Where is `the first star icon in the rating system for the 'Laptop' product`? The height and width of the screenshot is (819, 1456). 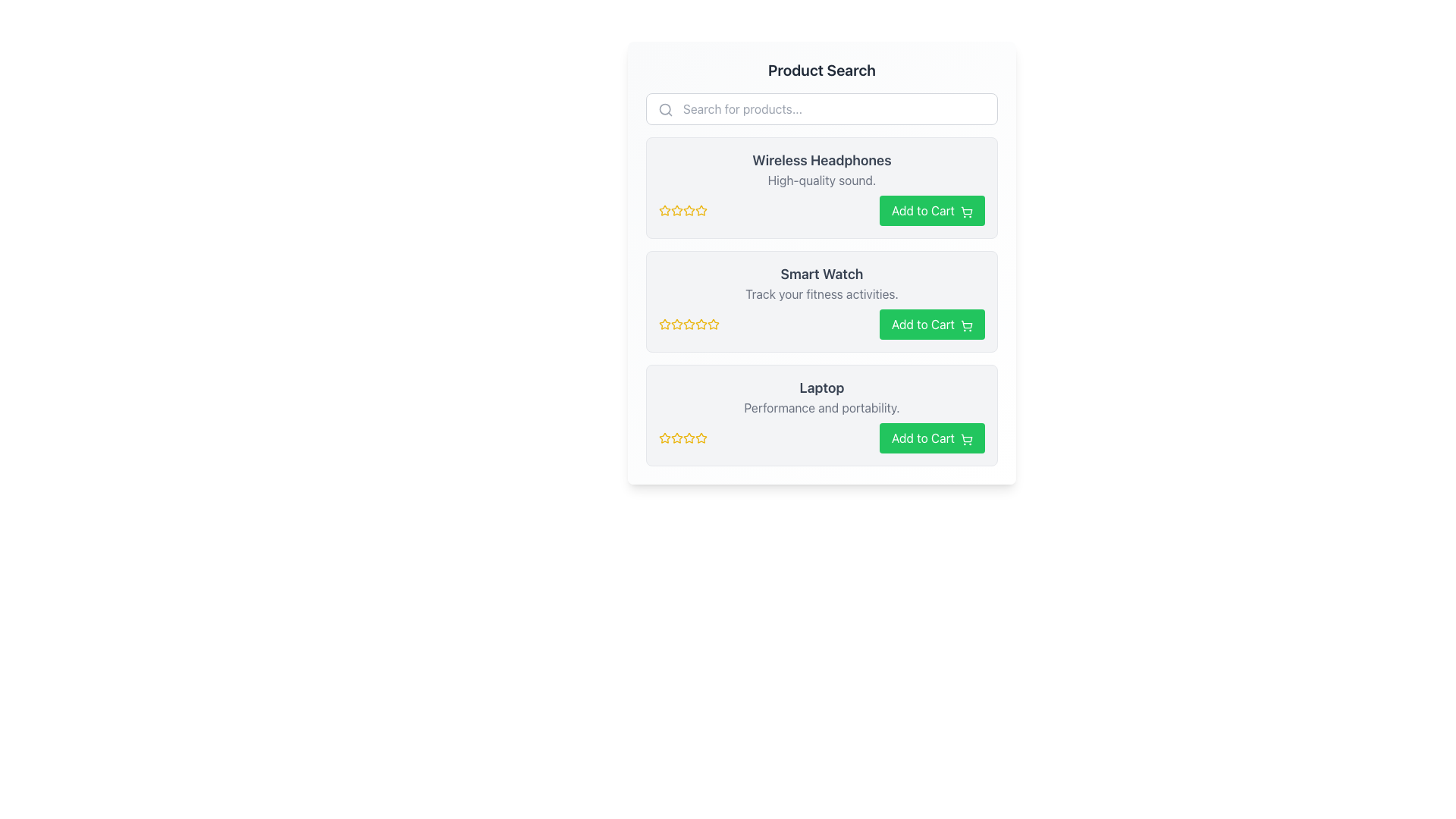
the first star icon in the rating system for the 'Laptop' product is located at coordinates (676, 438).